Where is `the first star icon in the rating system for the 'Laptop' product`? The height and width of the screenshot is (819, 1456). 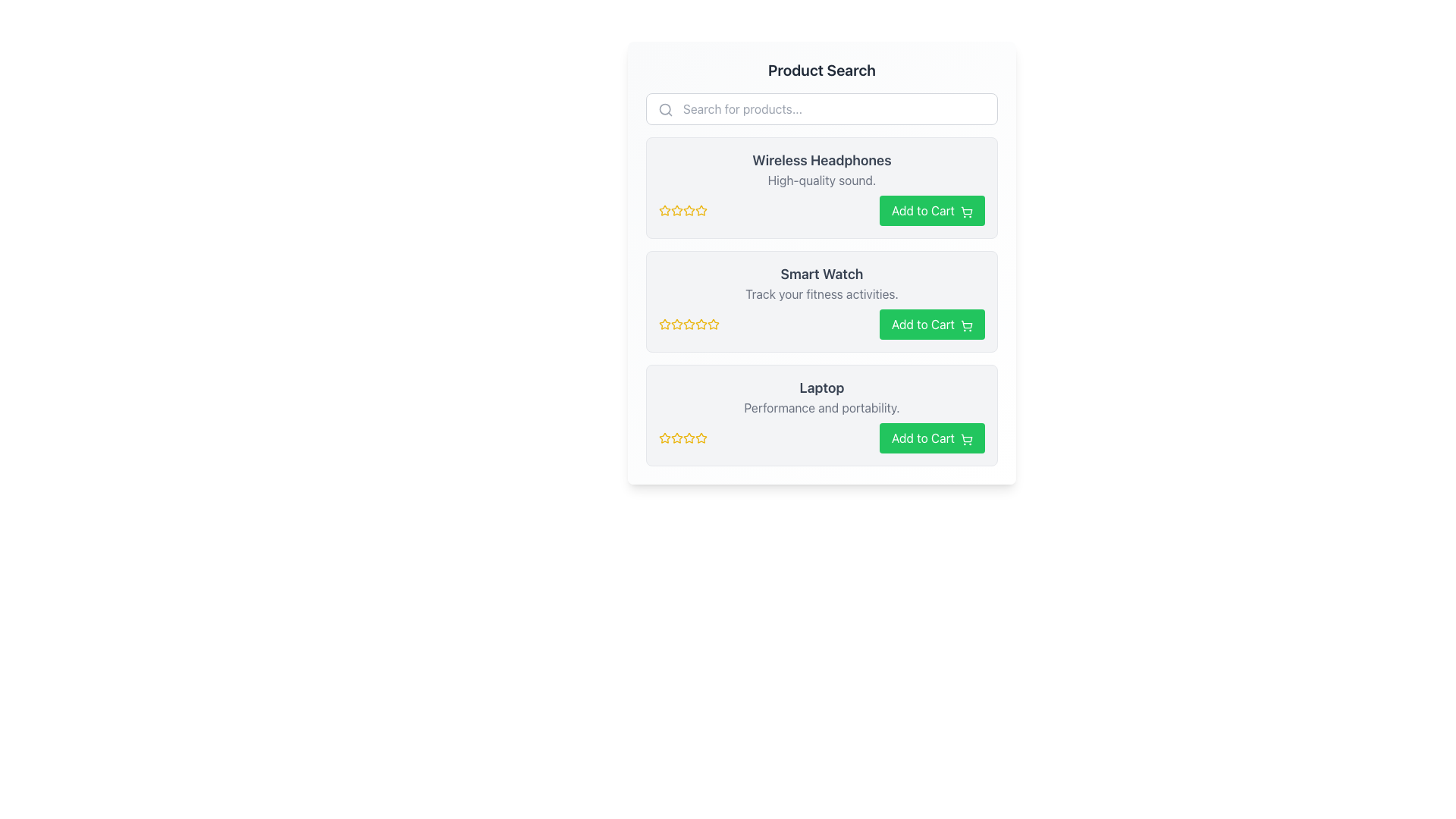
the first star icon in the rating system for the 'Laptop' product is located at coordinates (676, 438).